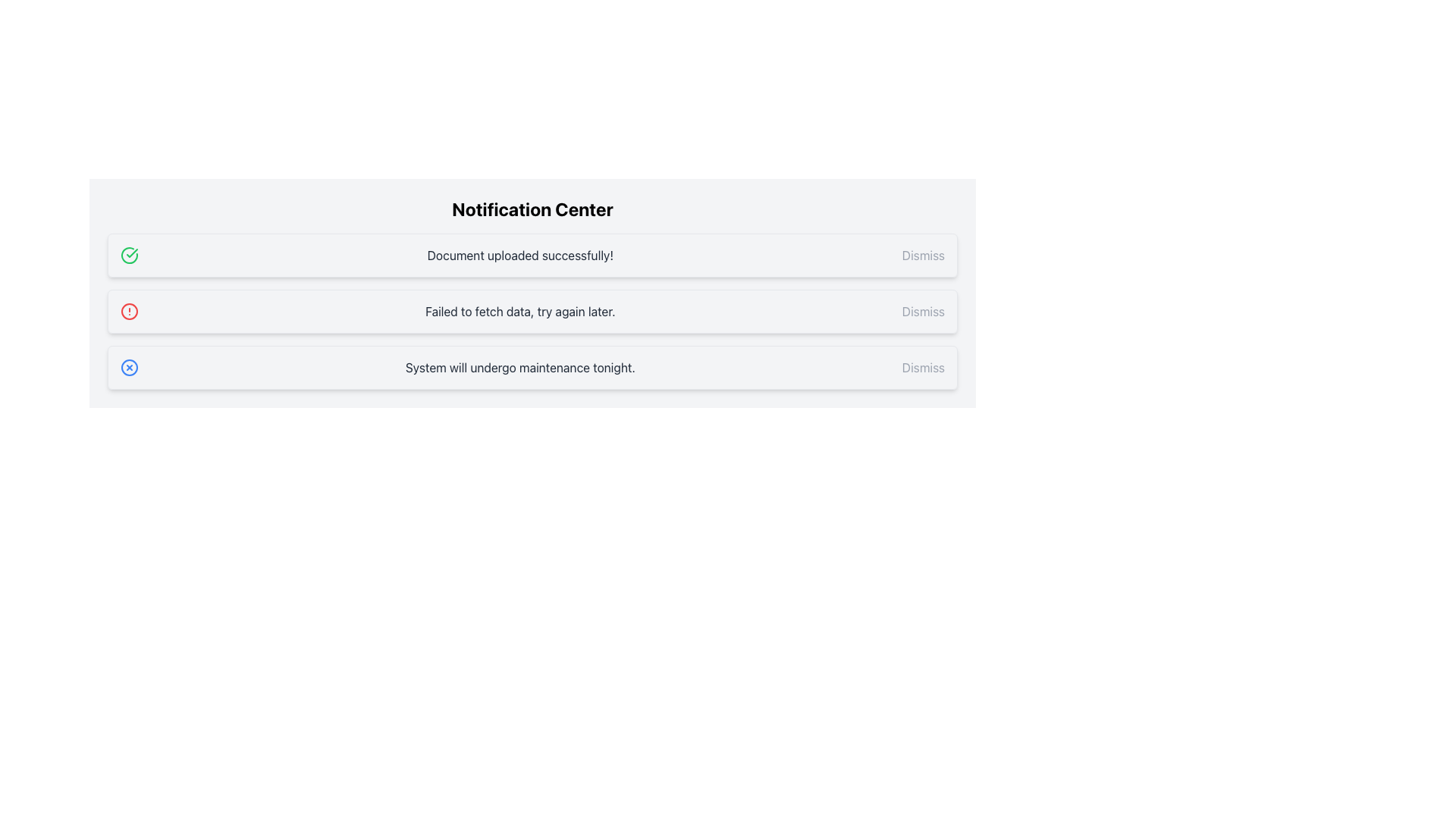 This screenshot has height=819, width=1456. Describe the element at coordinates (520, 254) in the screenshot. I see `the success notification text that indicates the successful upload of a document, located between the green checkmark icon and the 'Dismiss' button` at that location.